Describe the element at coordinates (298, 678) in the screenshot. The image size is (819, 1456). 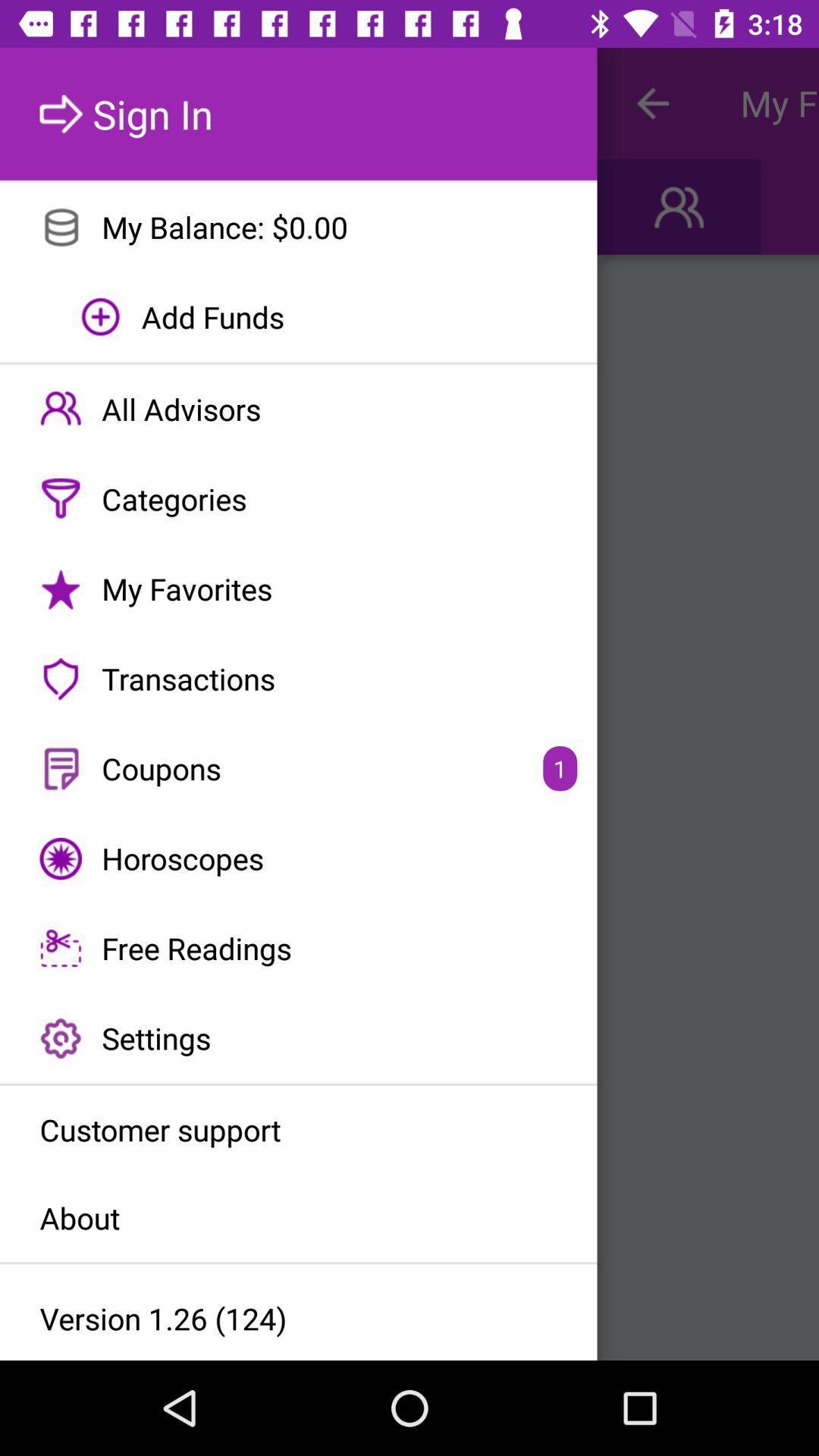
I see `the icon above the coupons item` at that location.